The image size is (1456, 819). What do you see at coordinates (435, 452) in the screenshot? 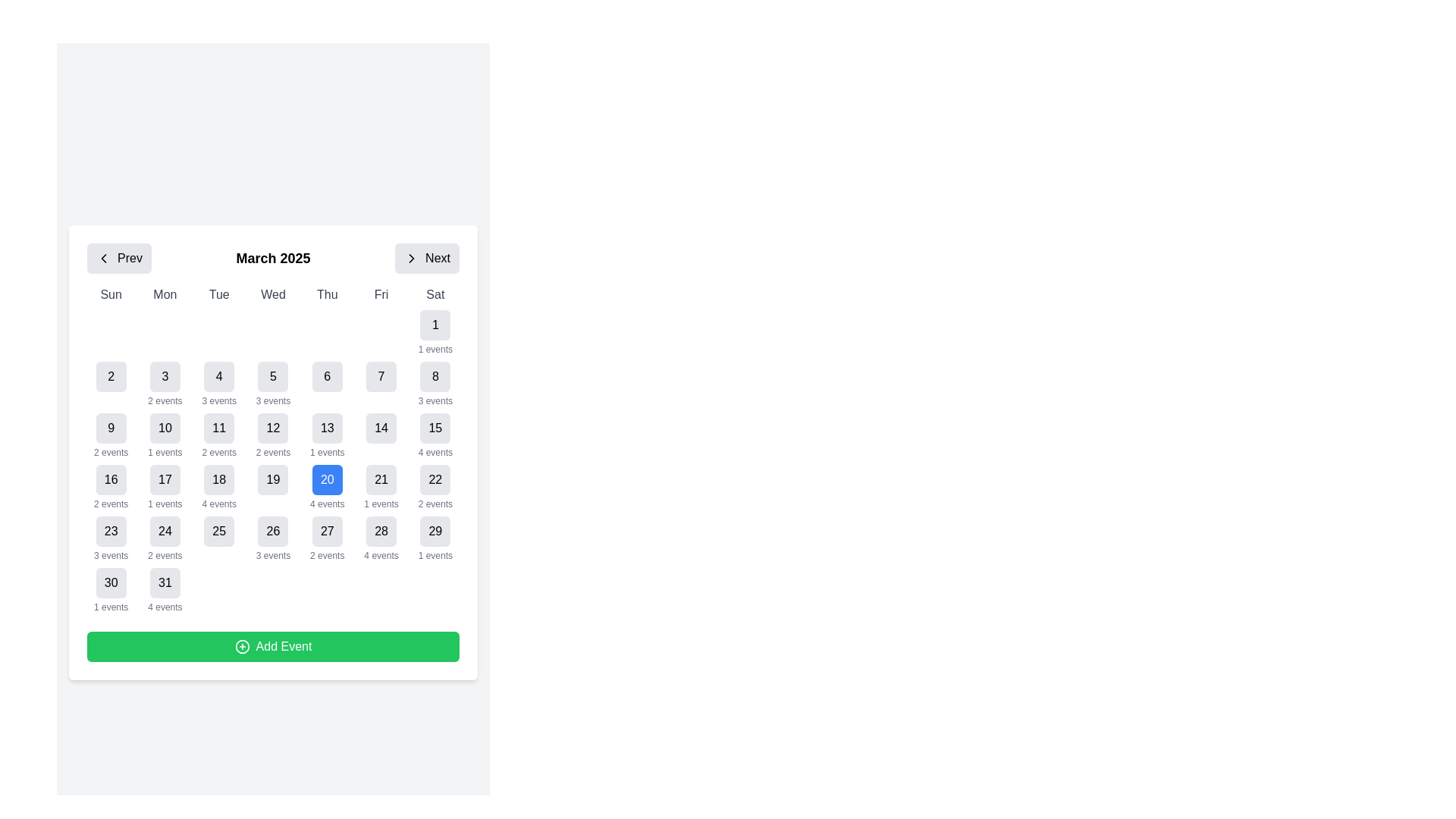
I see `the small text label displaying '4 events' in light gray font, located at the bottom of the grid cell for the date '15' in the calendar layout` at bounding box center [435, 452].